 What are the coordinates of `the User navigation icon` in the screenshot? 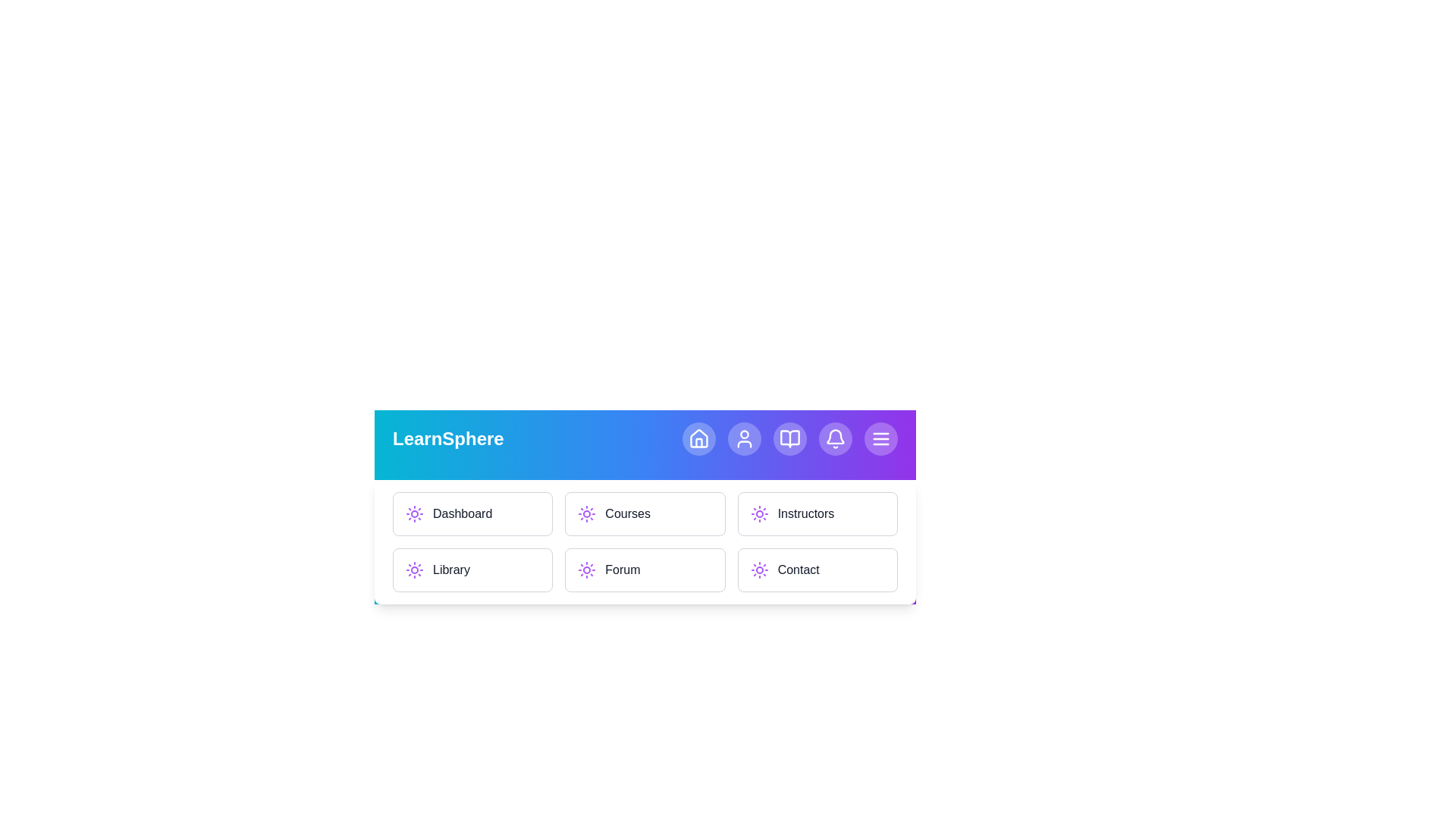 It's located at (745, 438).